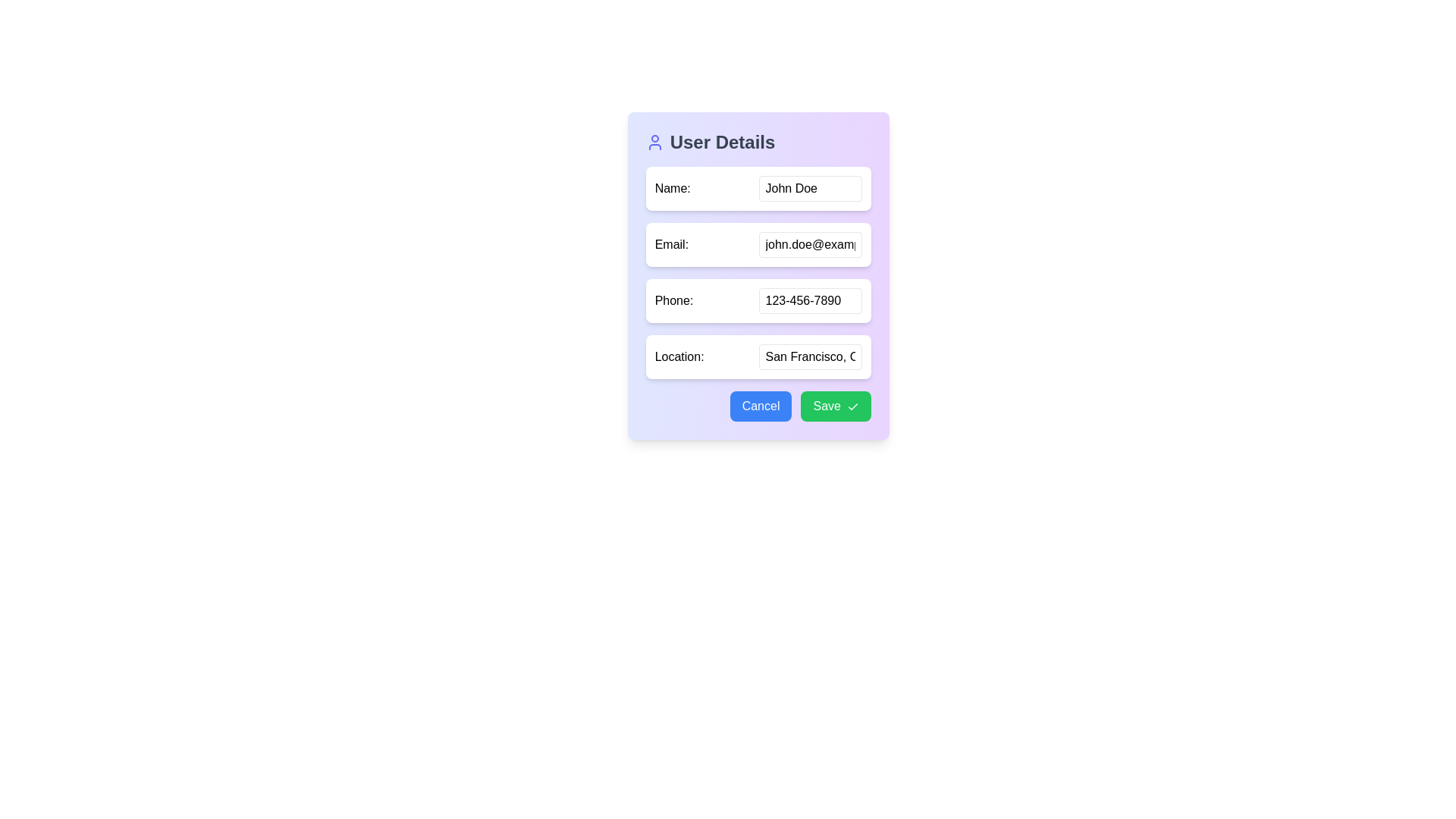 The image size is (1456, 819). What do you see at coordinates (672, 188) in the screenshot?
I see `the static text label element displaying 'Name:' which is positioned to the left of the input field containing 'John Doe'` at bounding box center [672, 188].